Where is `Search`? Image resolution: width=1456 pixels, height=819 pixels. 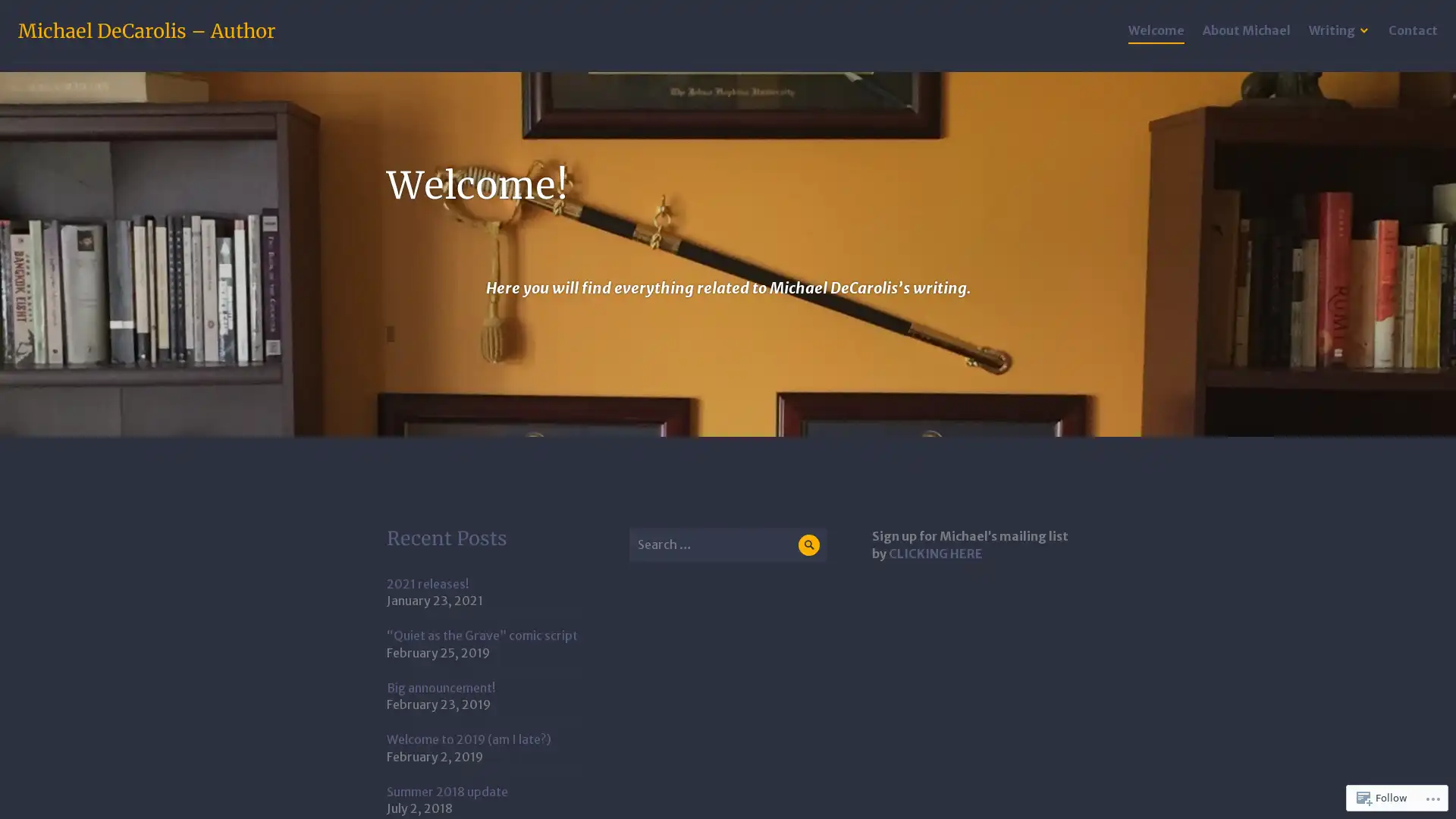 Search is located at coordinates (808, 544).